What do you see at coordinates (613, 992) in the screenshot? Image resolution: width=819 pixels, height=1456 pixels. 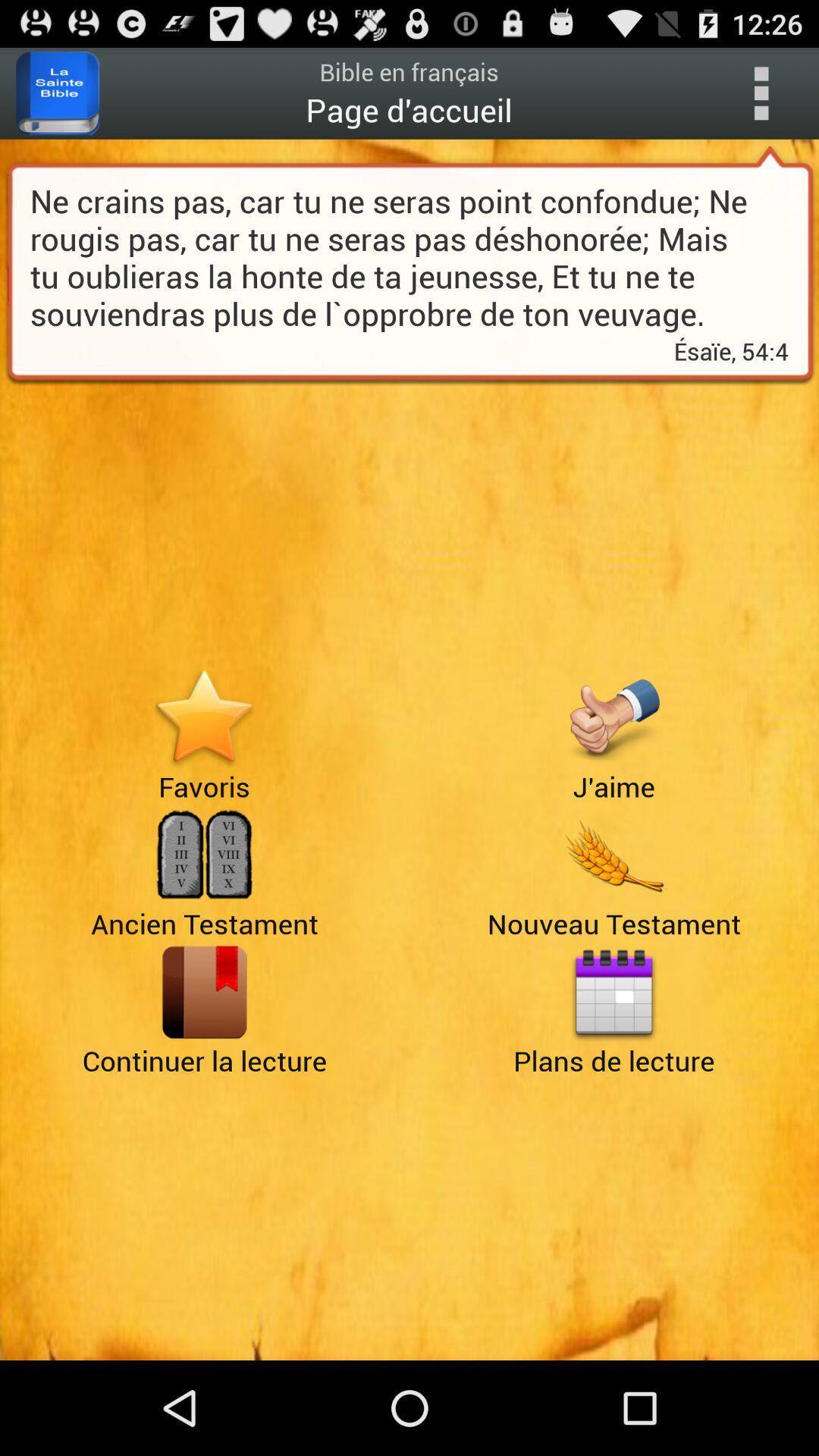 I see `calendar` at bounding box center [613, 992].